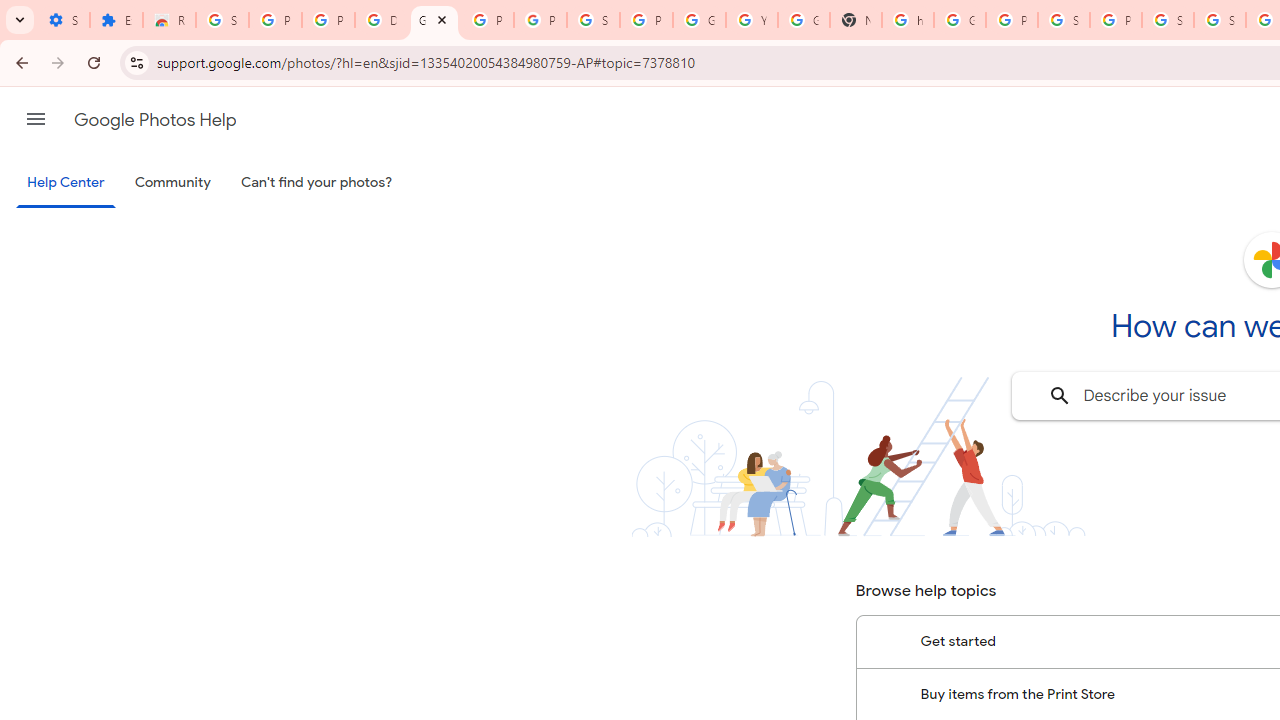 The image size is (1280, 720). Describe the element at coordinates (63, 20) in the screenshot. I see `'Settings - On startup'` at that location.